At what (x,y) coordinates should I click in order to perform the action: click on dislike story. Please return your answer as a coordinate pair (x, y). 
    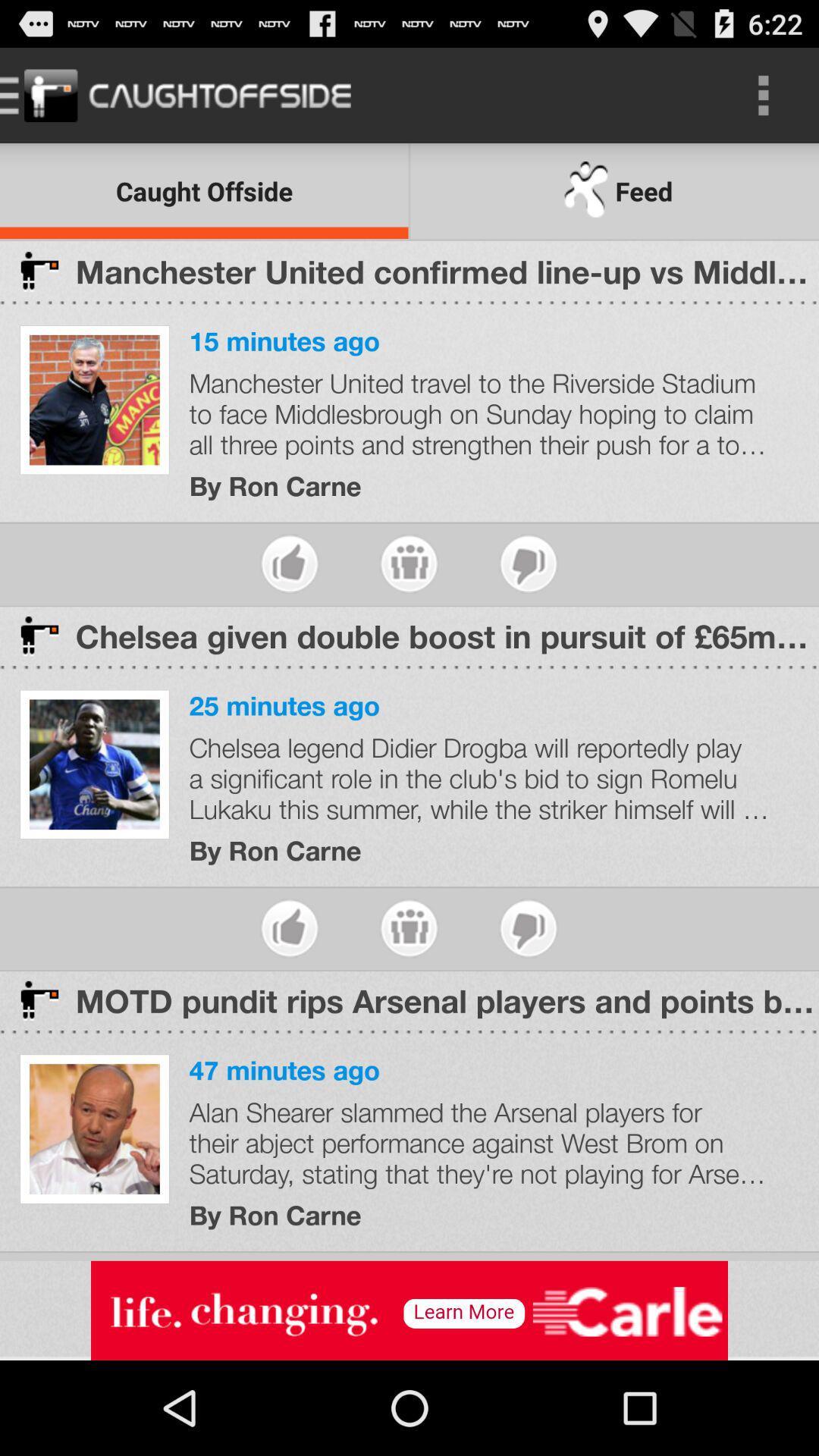
    Looking at the image, I should click on (528, 563).